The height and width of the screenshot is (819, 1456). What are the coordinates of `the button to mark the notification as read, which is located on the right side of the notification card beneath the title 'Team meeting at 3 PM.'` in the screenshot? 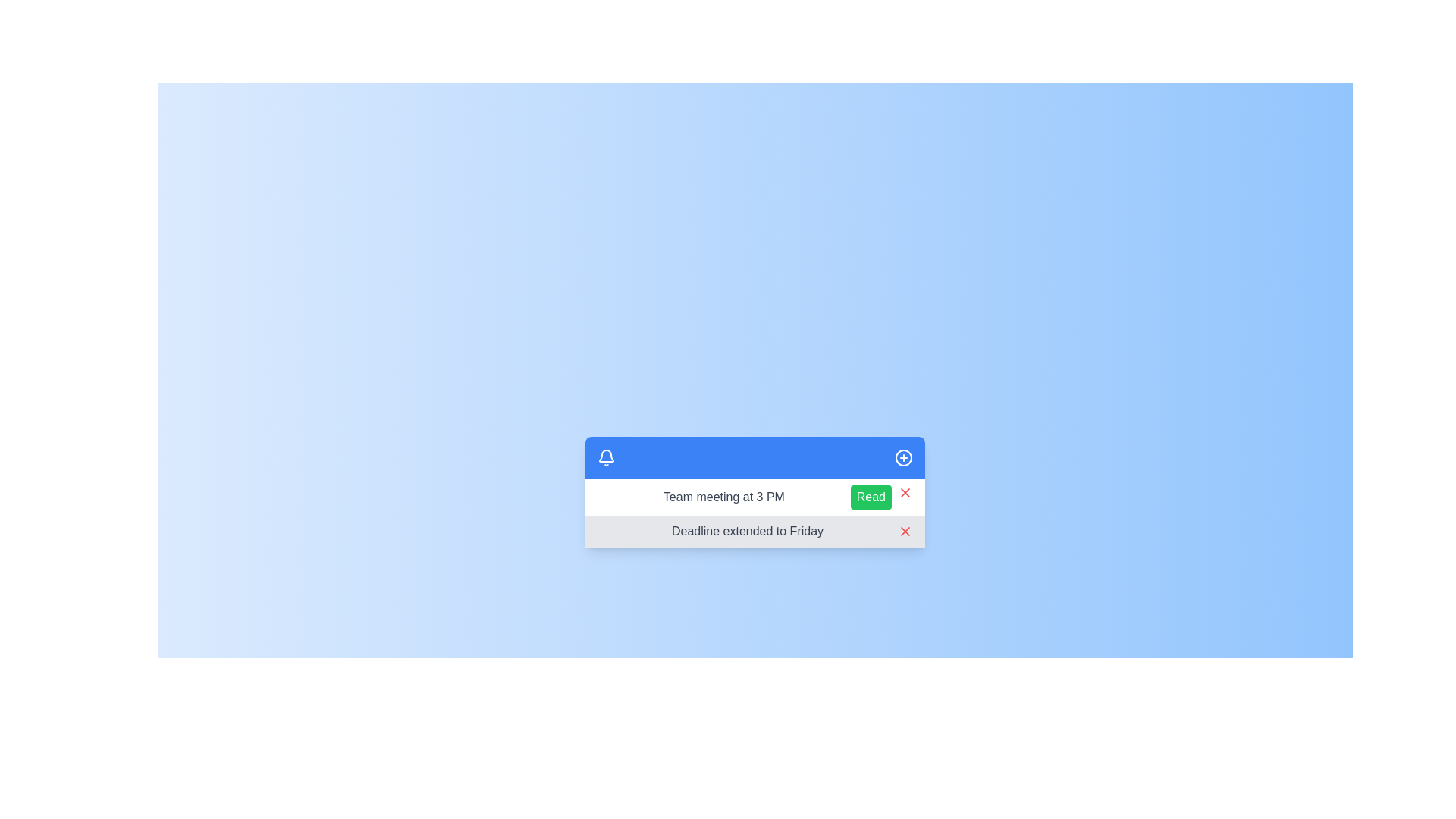 It's located at (881, 497).